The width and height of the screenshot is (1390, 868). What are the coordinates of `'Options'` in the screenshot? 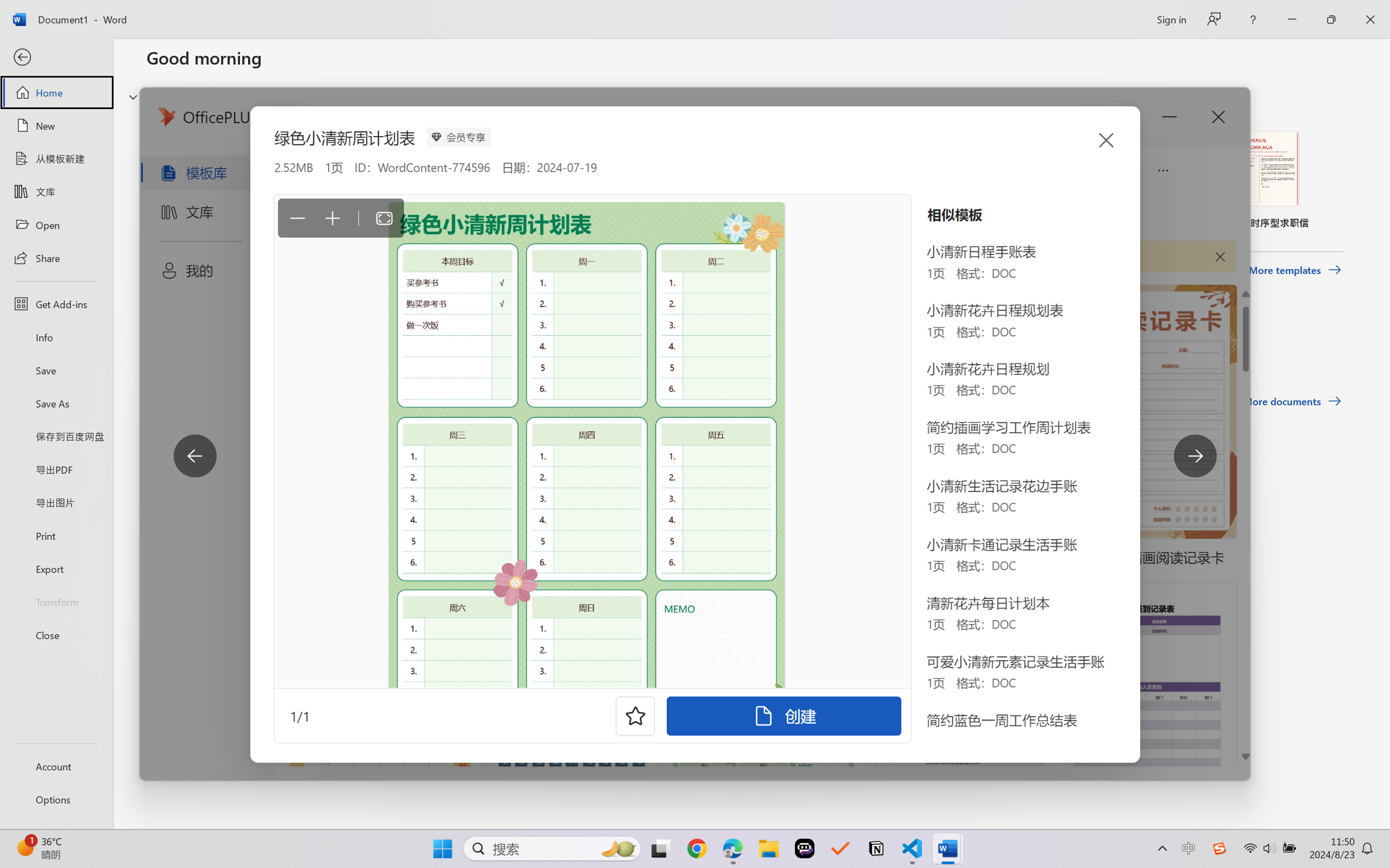 It's located at (56, 799).